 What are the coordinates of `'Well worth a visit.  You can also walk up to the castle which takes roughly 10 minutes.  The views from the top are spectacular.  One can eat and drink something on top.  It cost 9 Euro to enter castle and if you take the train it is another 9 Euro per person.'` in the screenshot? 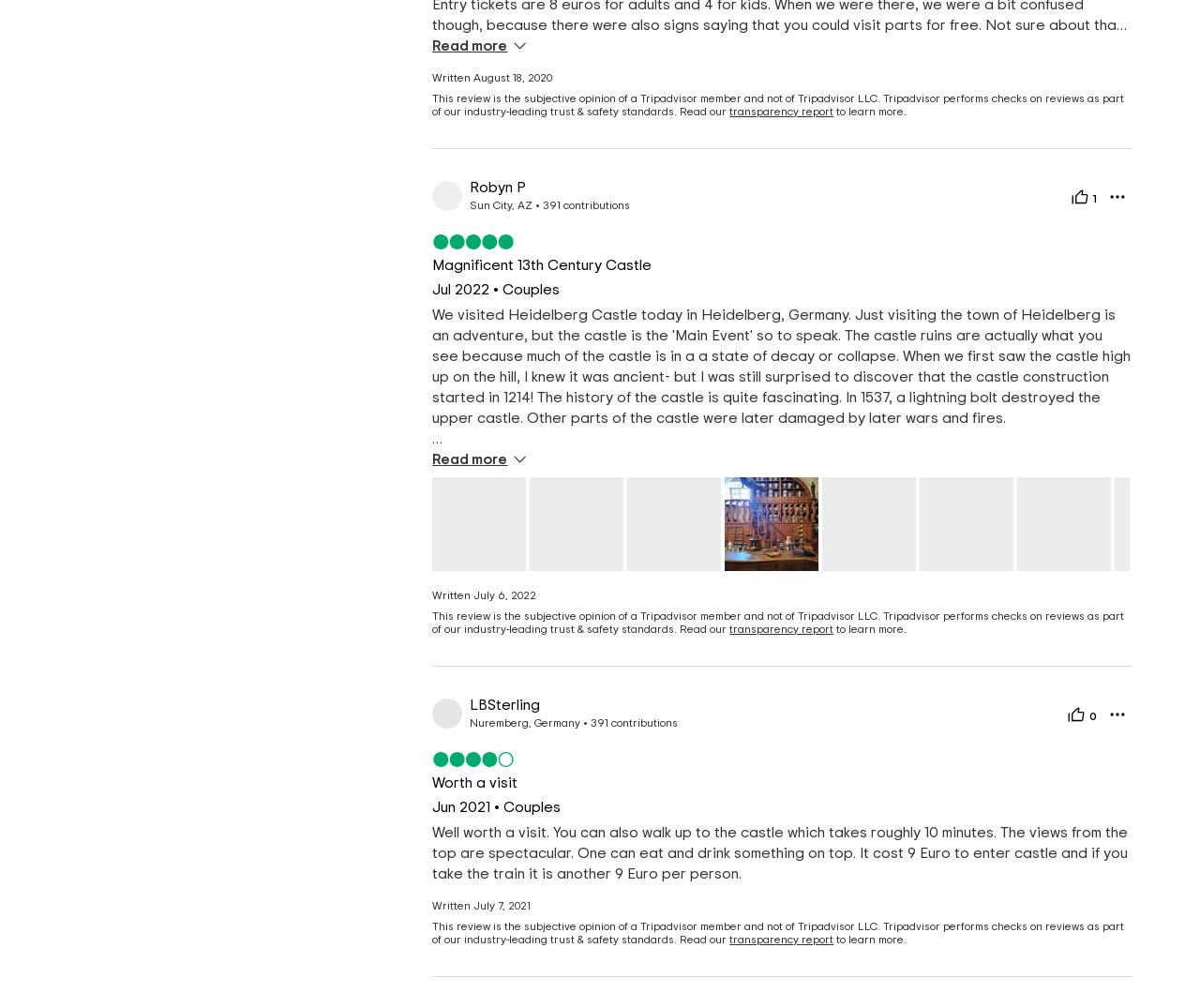 It's located at (431, 851).